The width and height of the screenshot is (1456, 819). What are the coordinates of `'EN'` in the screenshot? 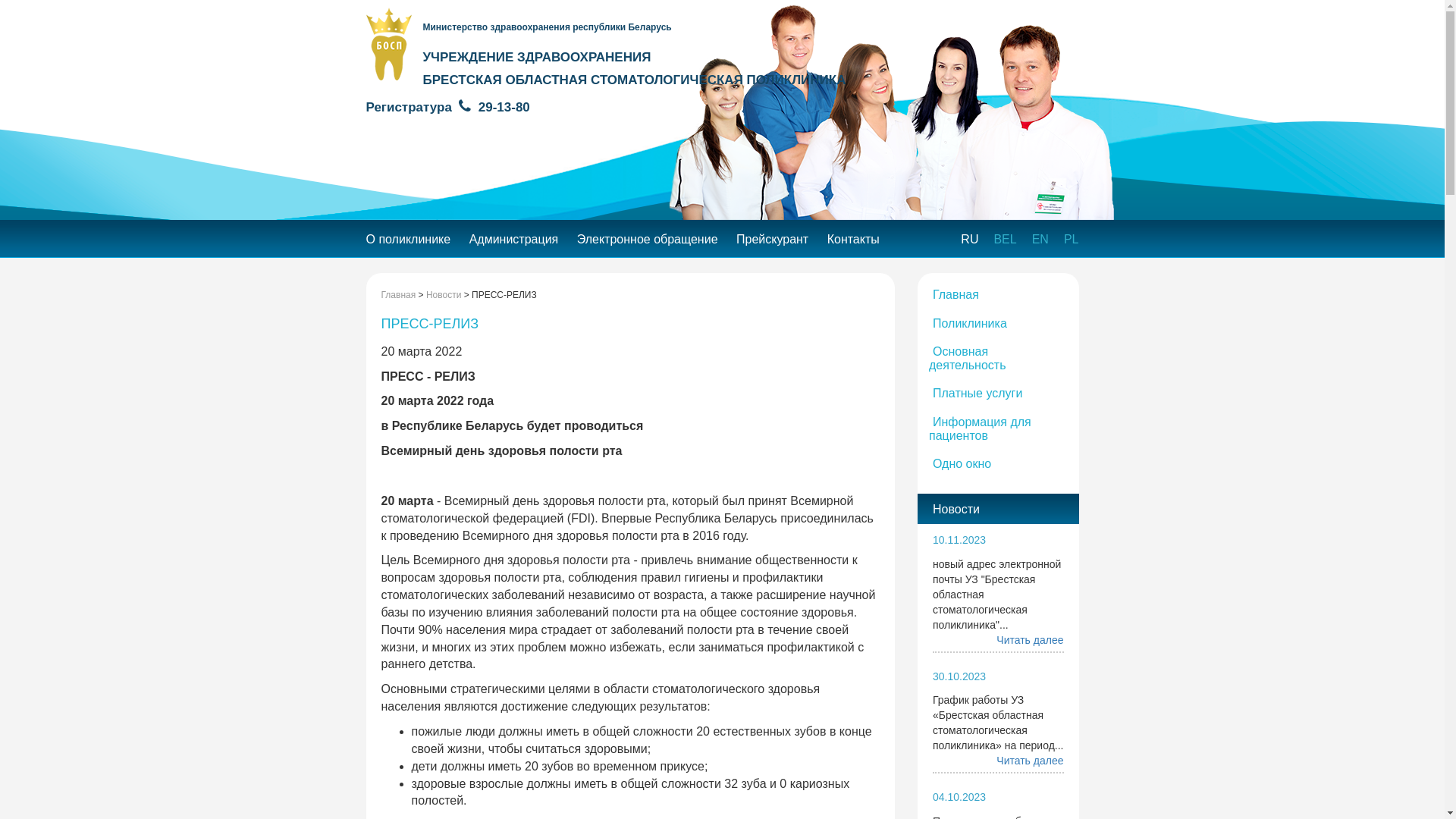 It's located at (1040, 239).